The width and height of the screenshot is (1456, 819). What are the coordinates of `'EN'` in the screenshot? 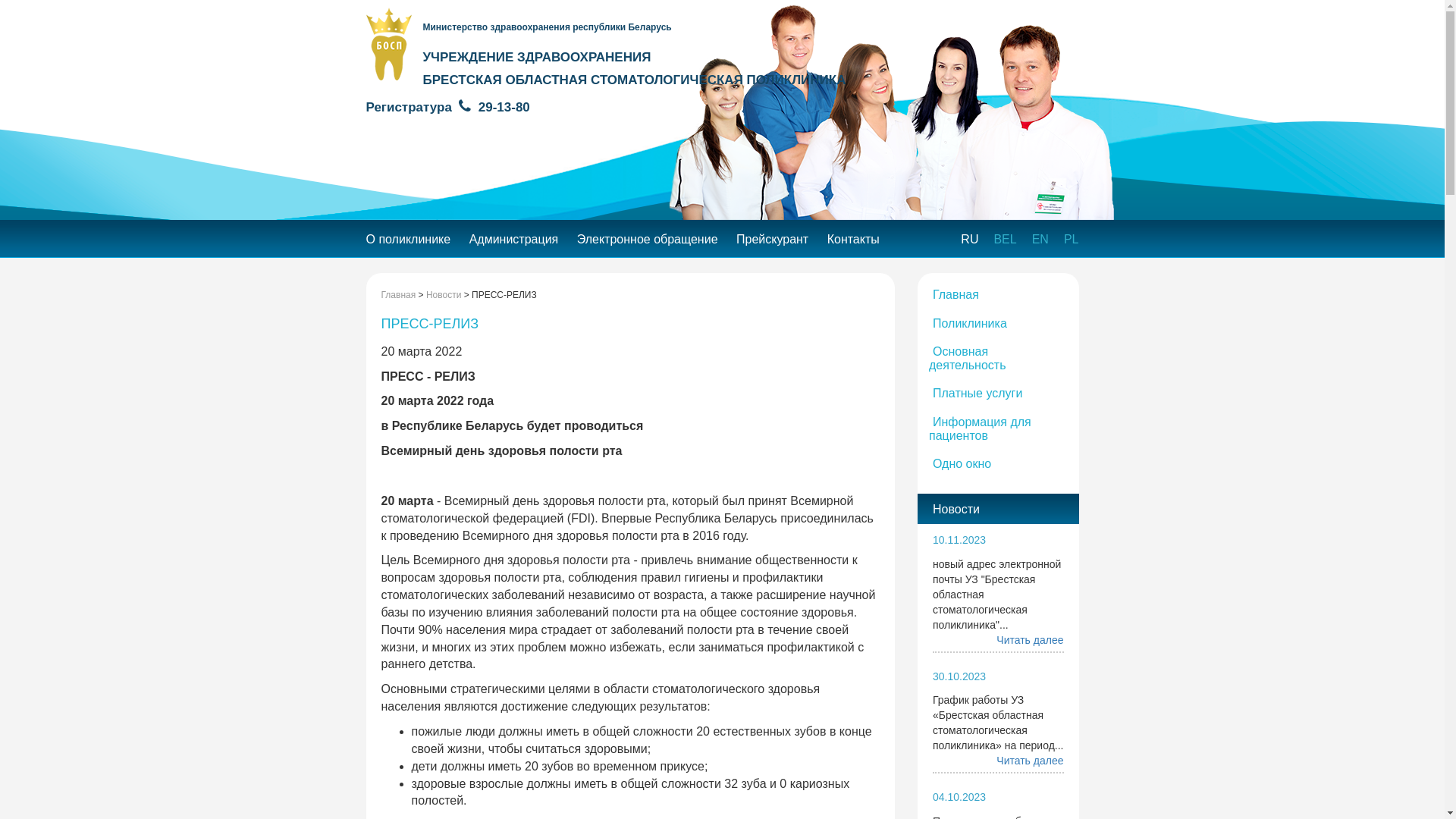 It's located at (1040, 239).